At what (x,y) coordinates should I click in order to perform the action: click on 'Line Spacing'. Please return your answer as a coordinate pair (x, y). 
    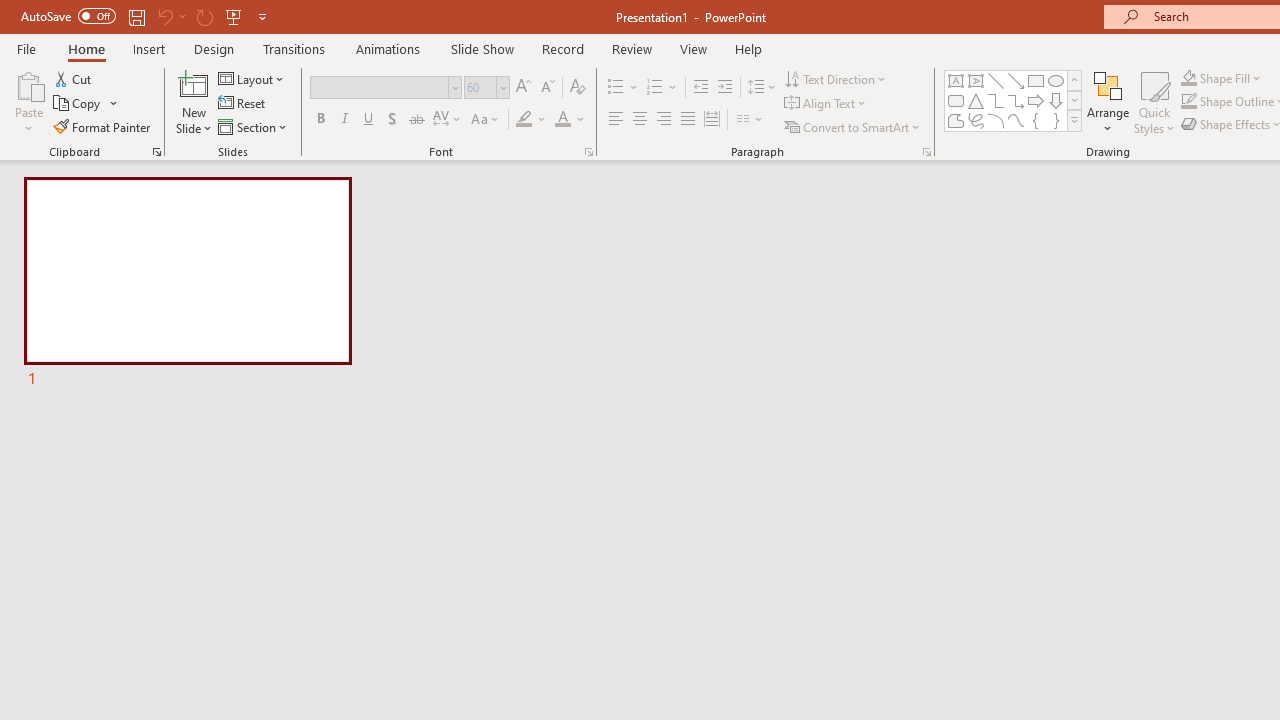
    Looking at the image, I should click on (761, 86).